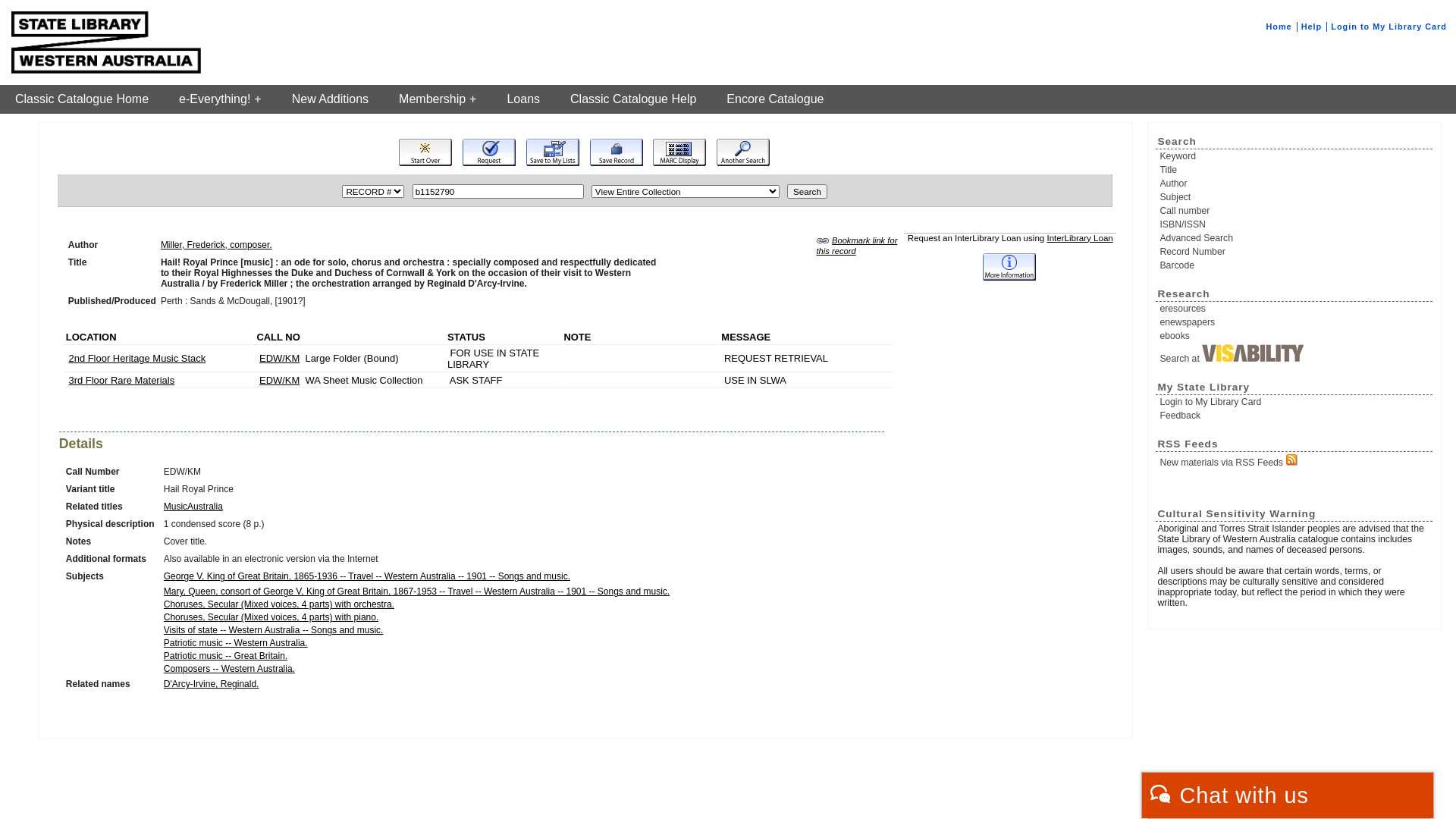 The image size is (1456, 819). I want to click on 'Keyword', so click(1294, 155).